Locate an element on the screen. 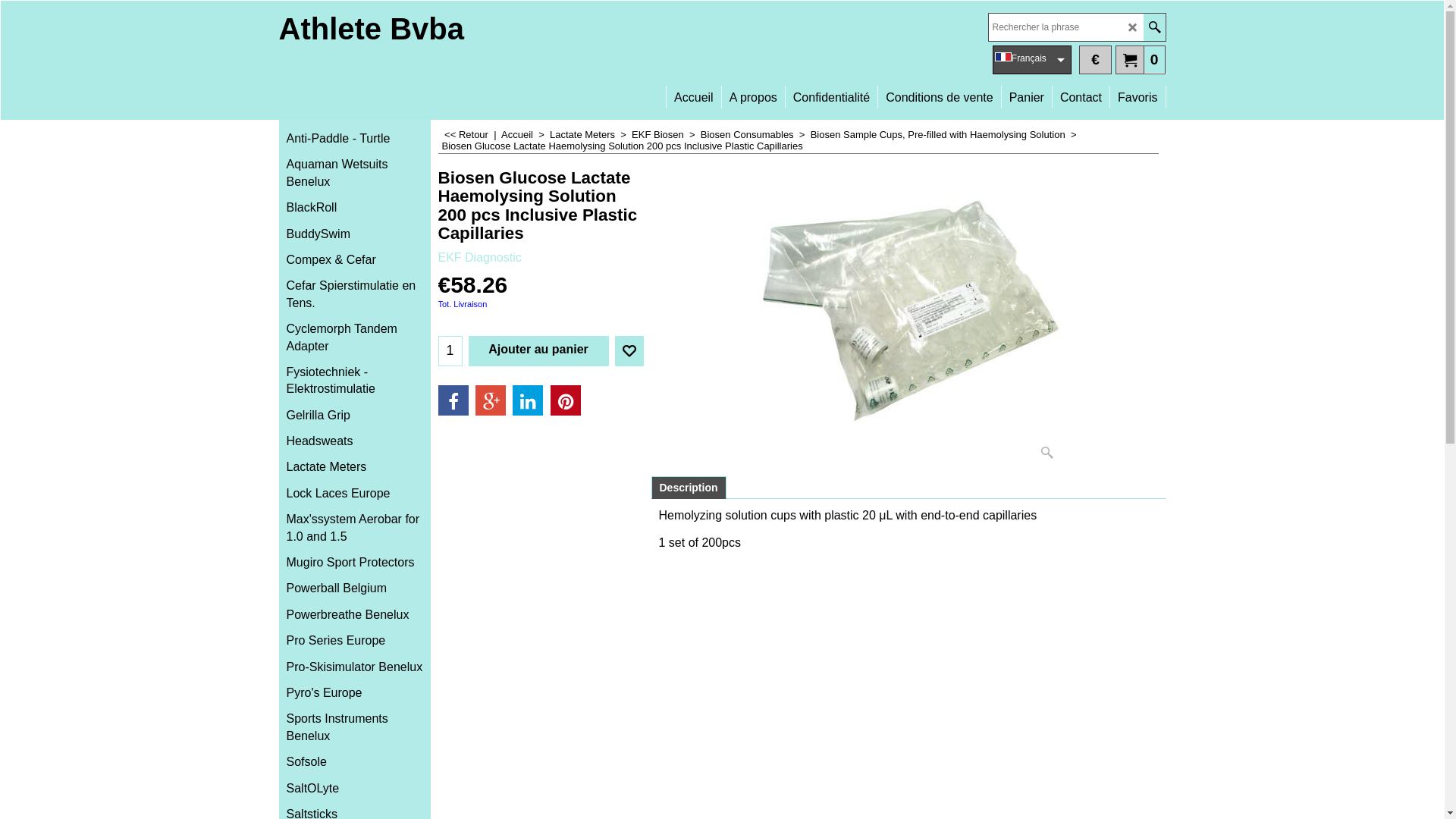 This screenshot has height=819, width=1456. 'Anti-Paddle - Turtle' is located at coordinates (354, 138).